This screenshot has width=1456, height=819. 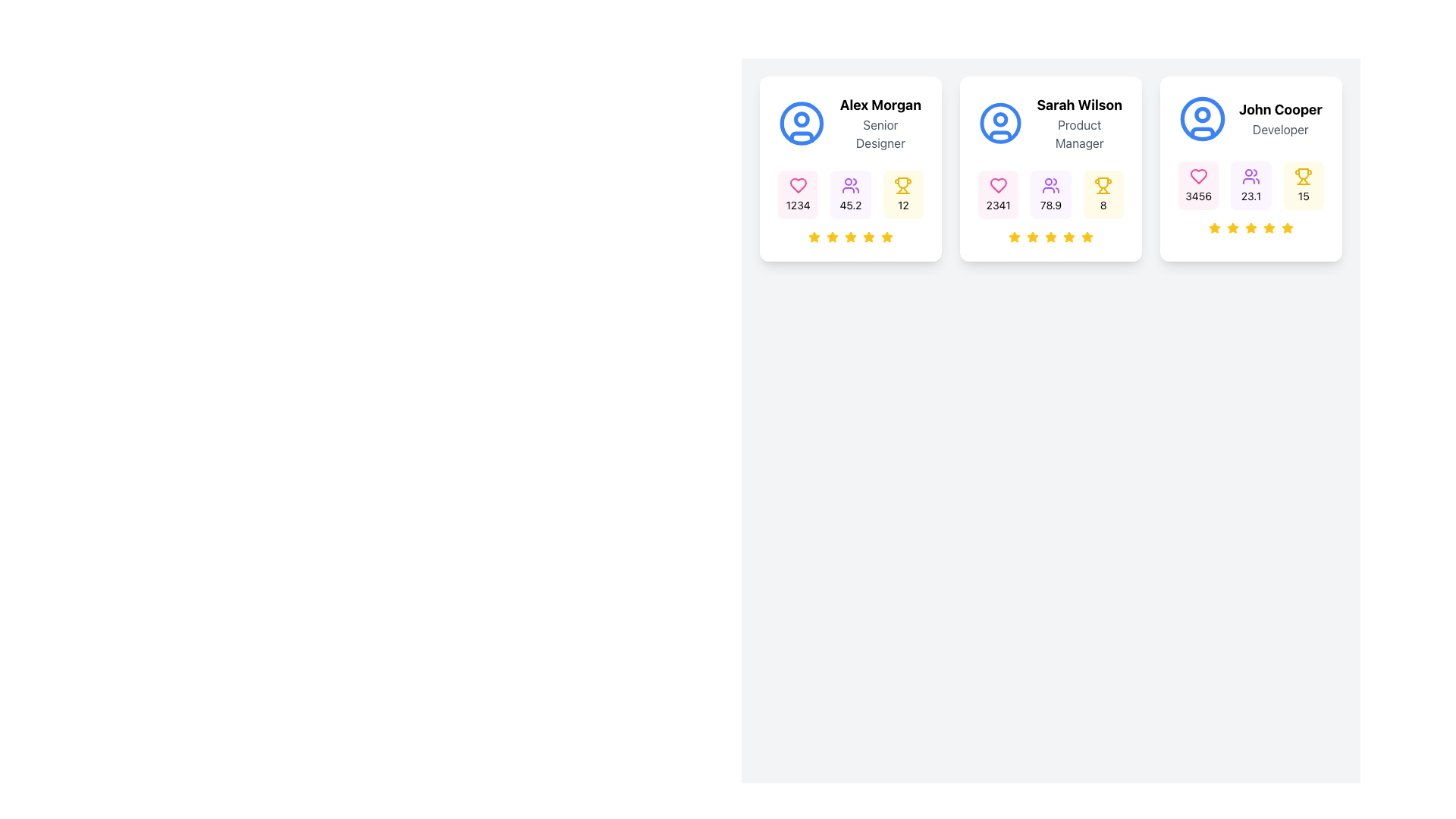 I want to click on name and title information from the text label located above the statistical information section in the rightmost profile card, which uses a distinct font and color to differentiate roles and names, so click(x=1279, y=118).